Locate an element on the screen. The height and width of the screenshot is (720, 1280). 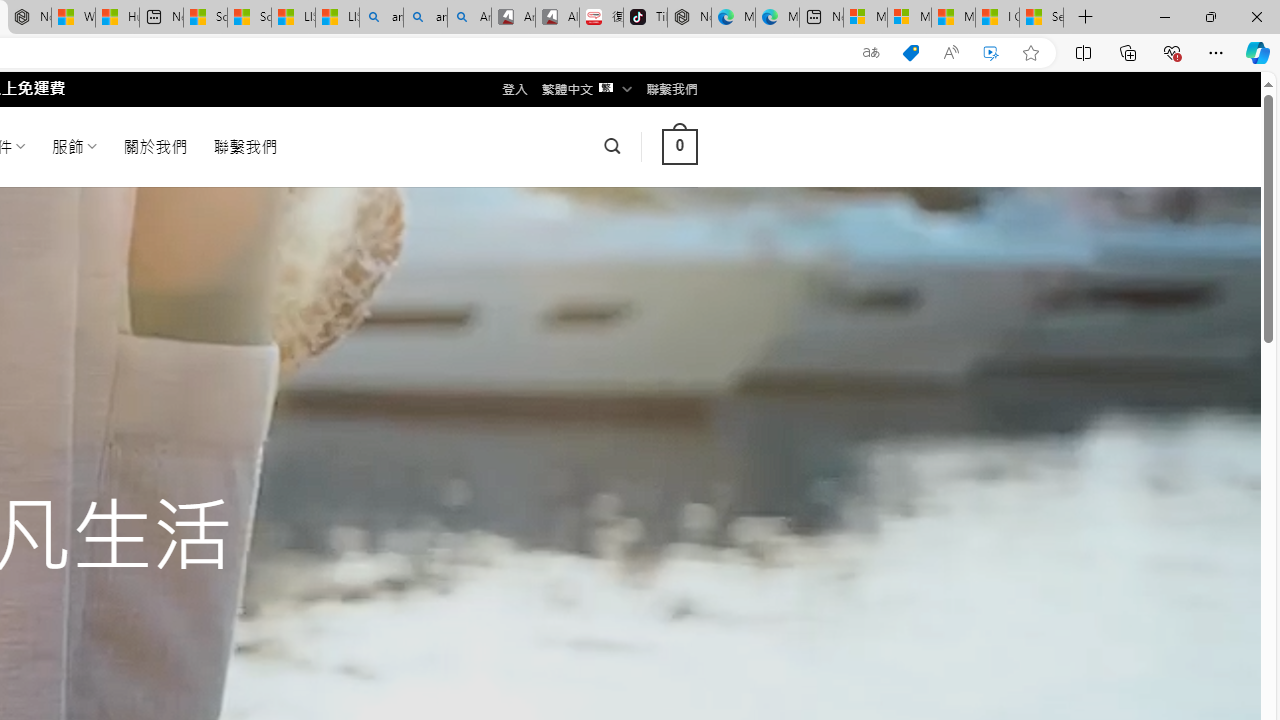
'Amazon Echo Robot - Search Images' is located at coordinates (468, 17).